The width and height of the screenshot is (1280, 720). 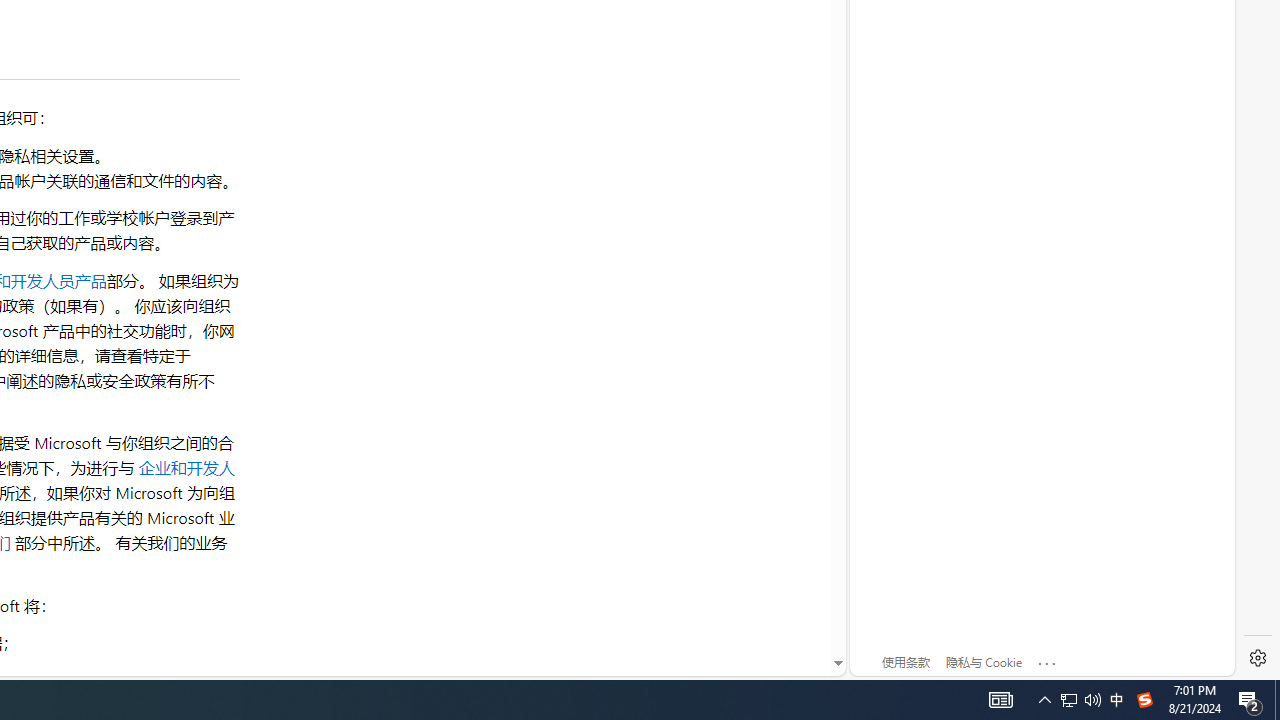 What do you see at coordinates (1044, 698) in the screenshot?
I see `'Notification Chevron'` at bounding box center [1044, 698].